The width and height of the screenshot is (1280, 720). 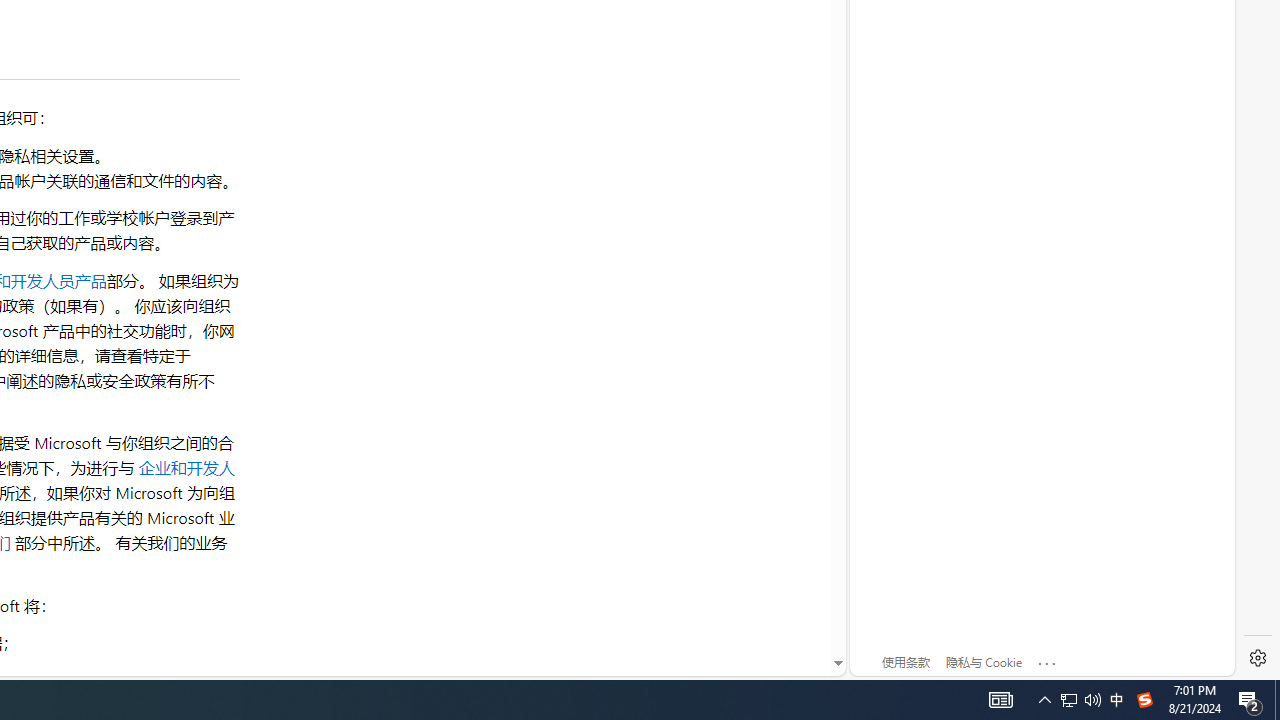 What do you see at coordinates (1044, 698) in the screenshot?
I see `'Notification Chevron'` at bounding box center [1044, 698].